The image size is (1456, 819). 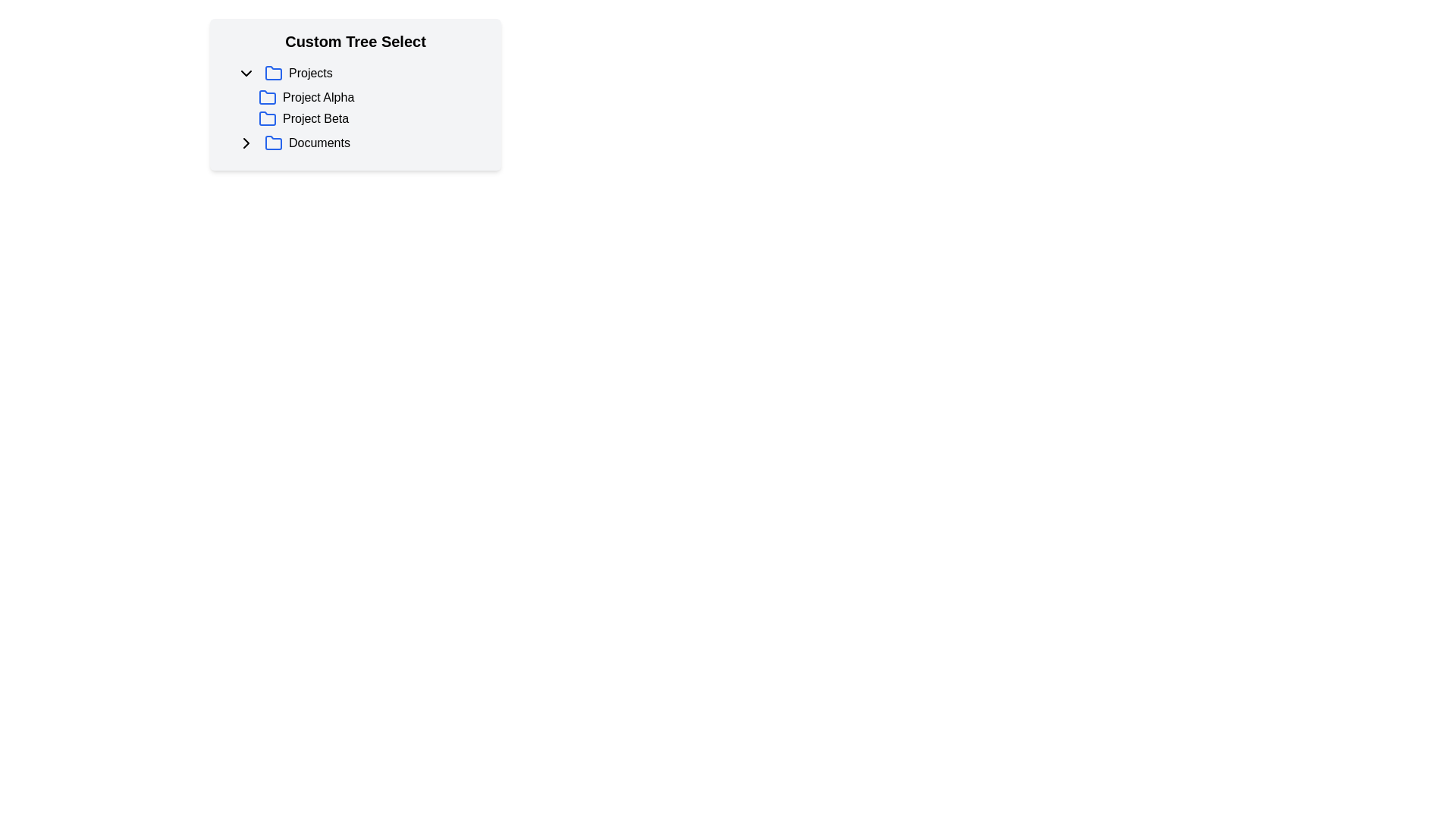 What do you see at coordinates (268, 97) in the screenshot?
I see `the blue folder icon with rounded corners and an open-top design` at bounding box center [268, 97].